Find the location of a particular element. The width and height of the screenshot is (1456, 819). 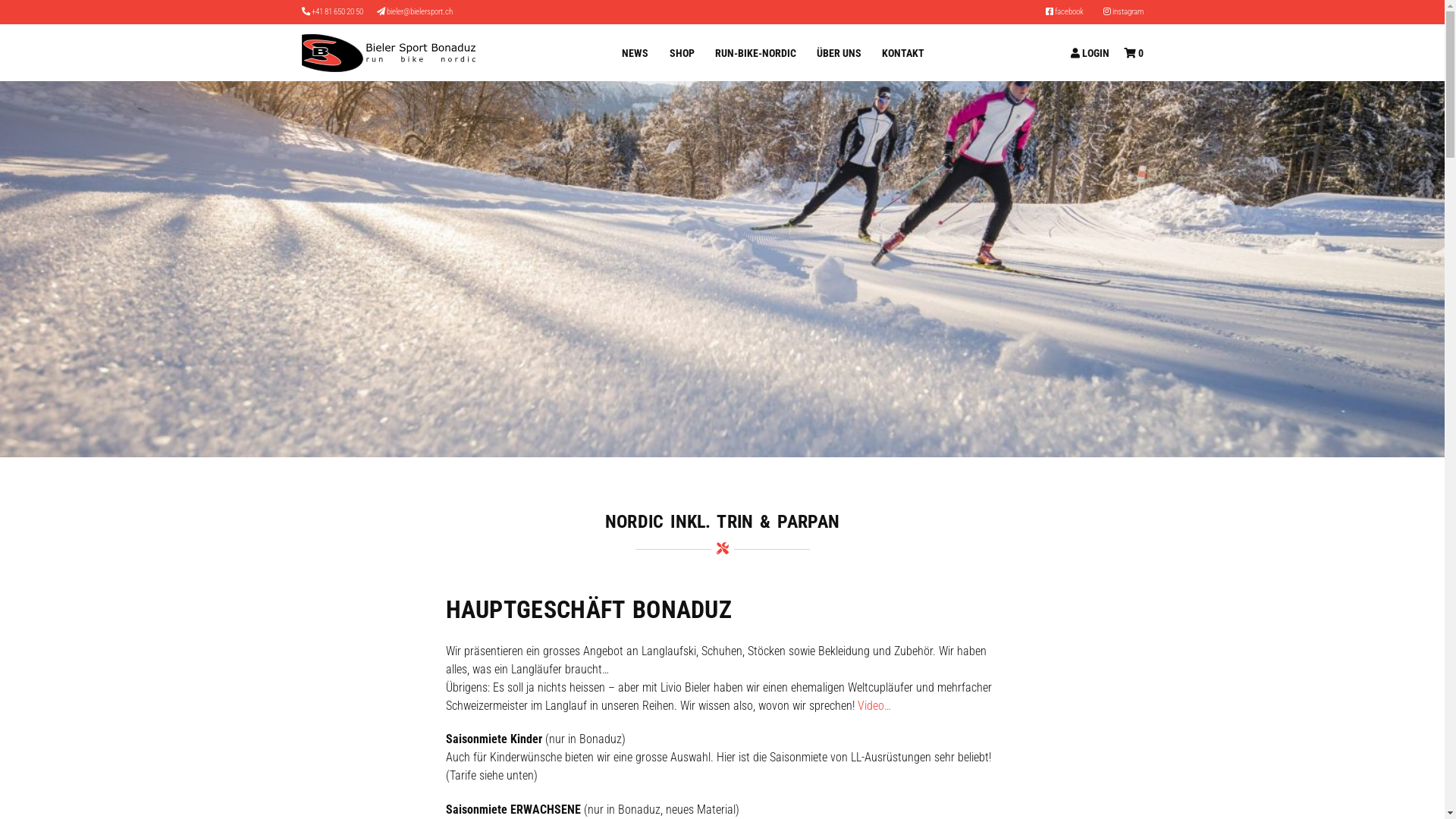

'NEWS' is located at coordinates (635, 52).